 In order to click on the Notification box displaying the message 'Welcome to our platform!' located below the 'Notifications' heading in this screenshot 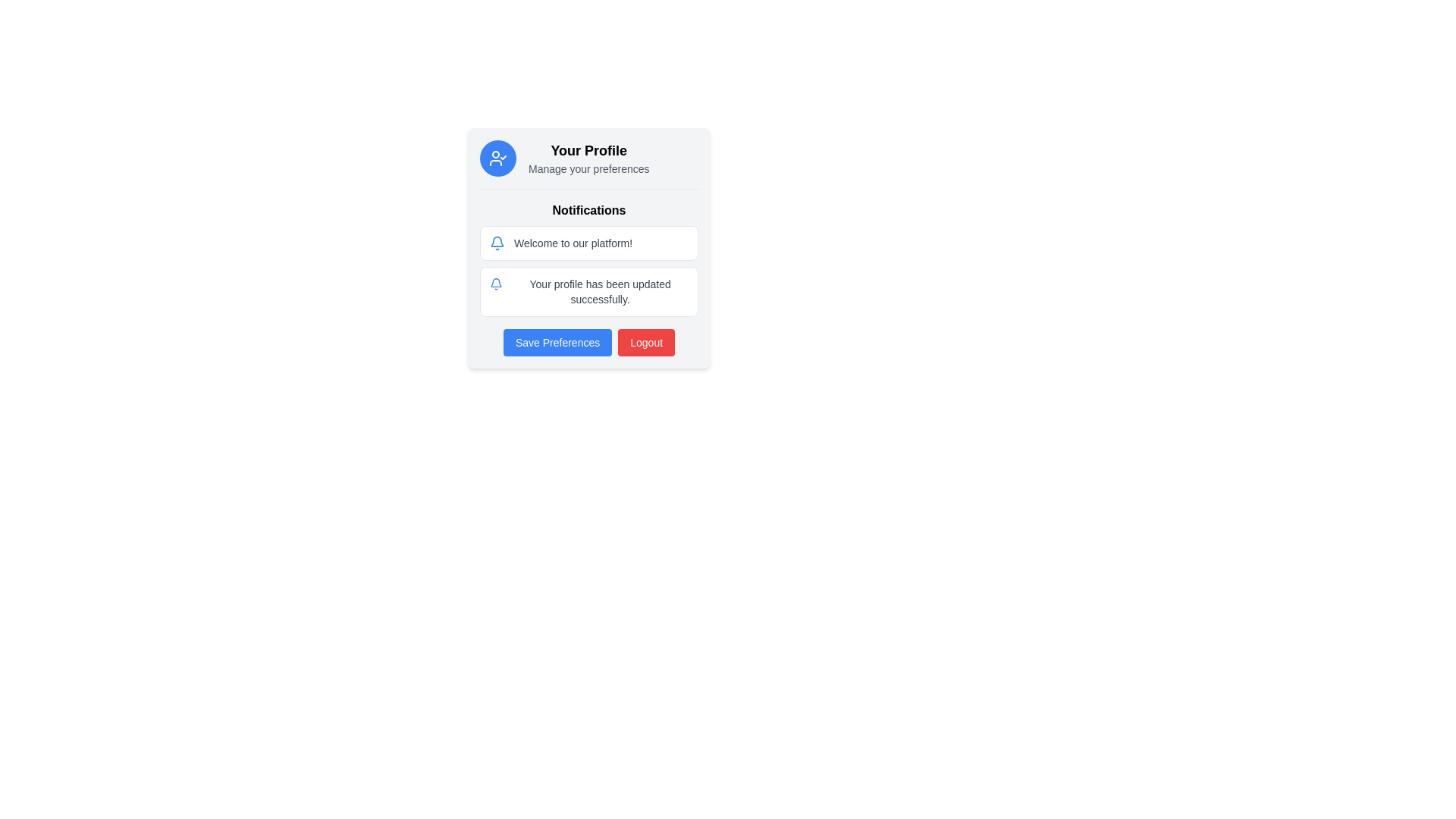, I will do `click(588, 247)`.